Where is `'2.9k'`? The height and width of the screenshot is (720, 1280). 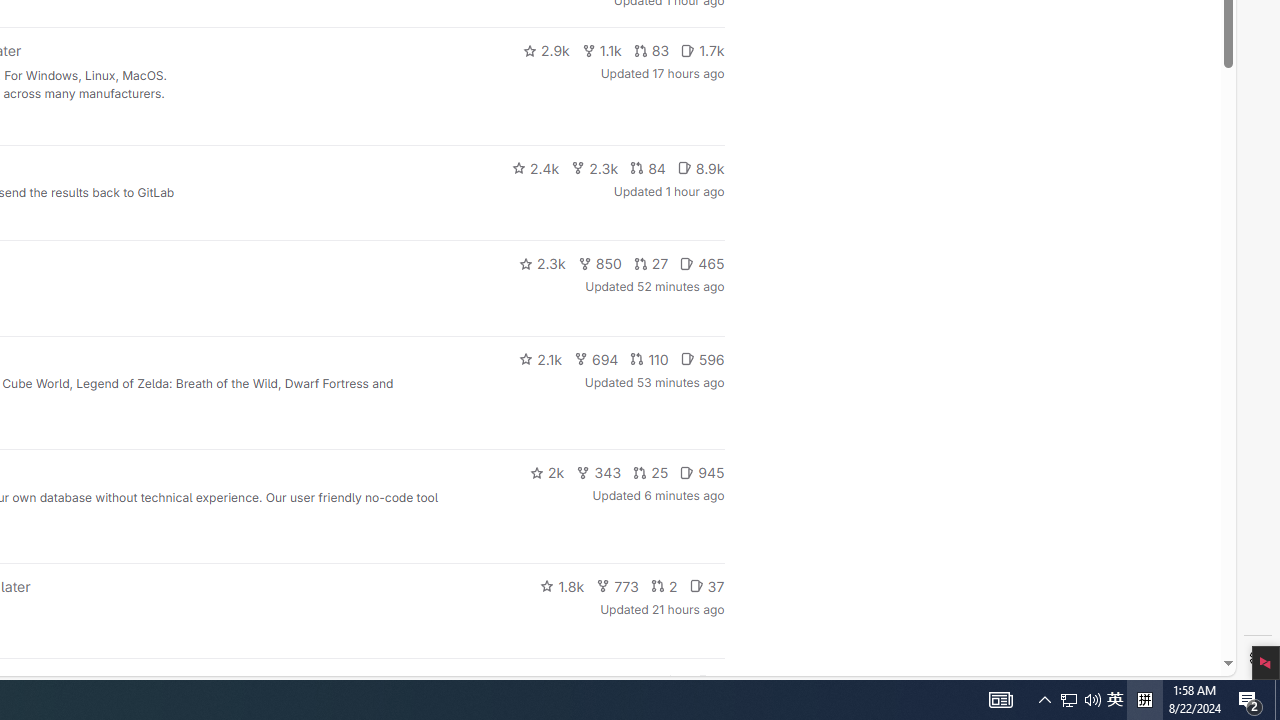 '2.9k' is located at coordinates (545, 50).